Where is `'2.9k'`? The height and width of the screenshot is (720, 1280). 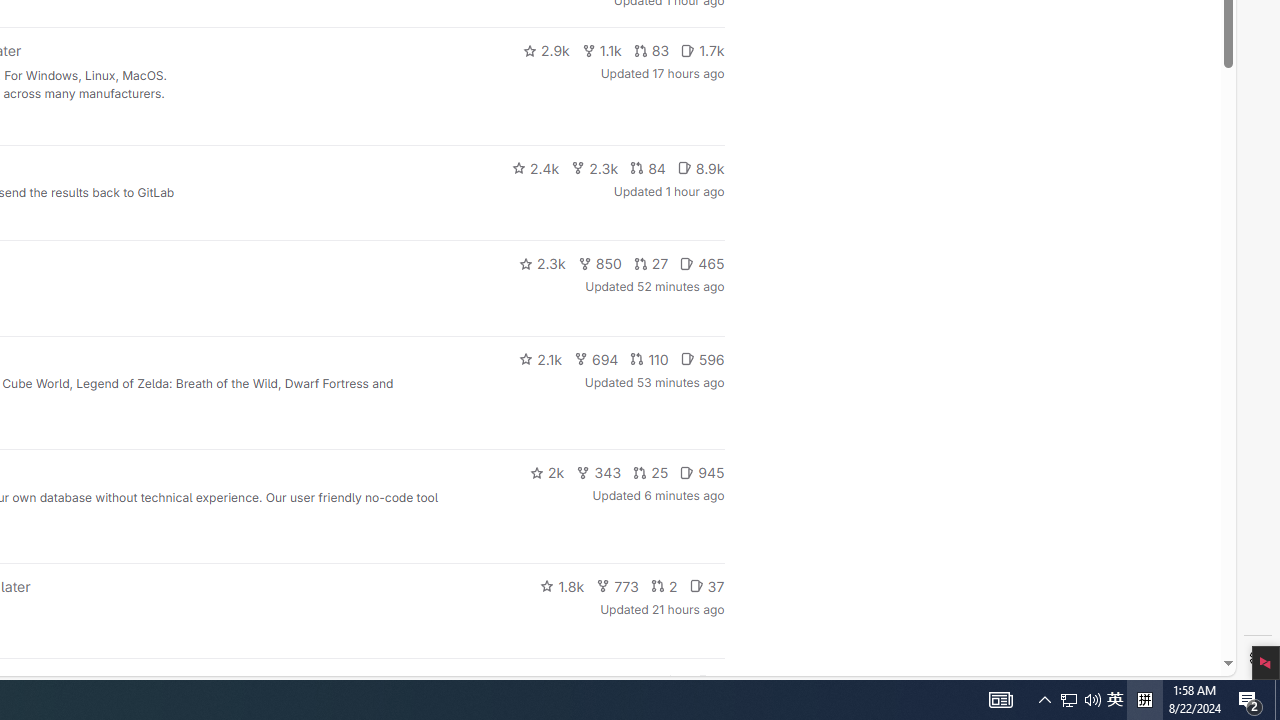 '2.9k' is located at coordinates (545, 50).